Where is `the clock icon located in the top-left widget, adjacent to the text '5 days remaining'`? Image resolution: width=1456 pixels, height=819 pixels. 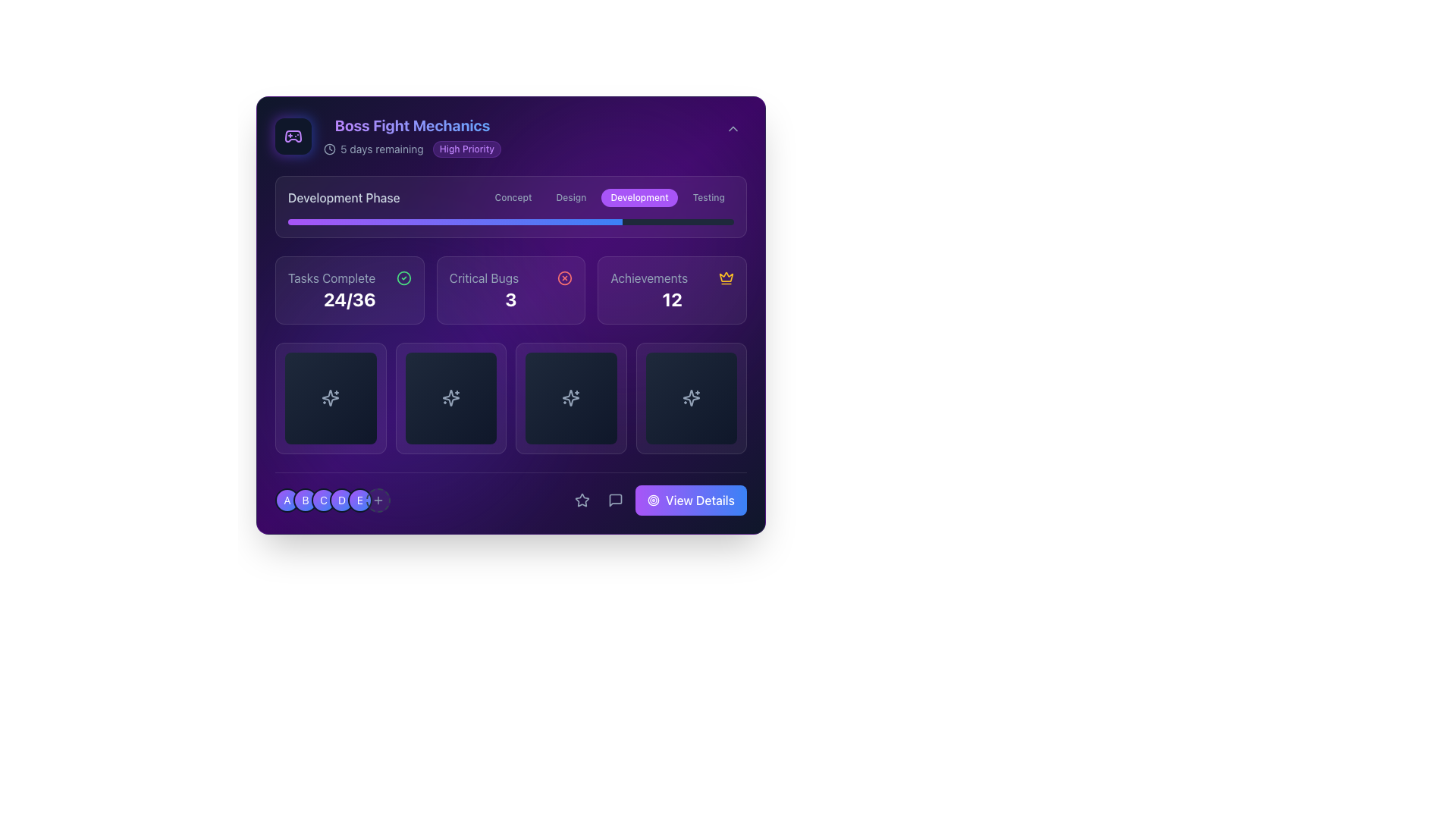
the clock icon located in the top-left widget, adjacent to the text '5 days remaining' is located at coordinates (329, 149).